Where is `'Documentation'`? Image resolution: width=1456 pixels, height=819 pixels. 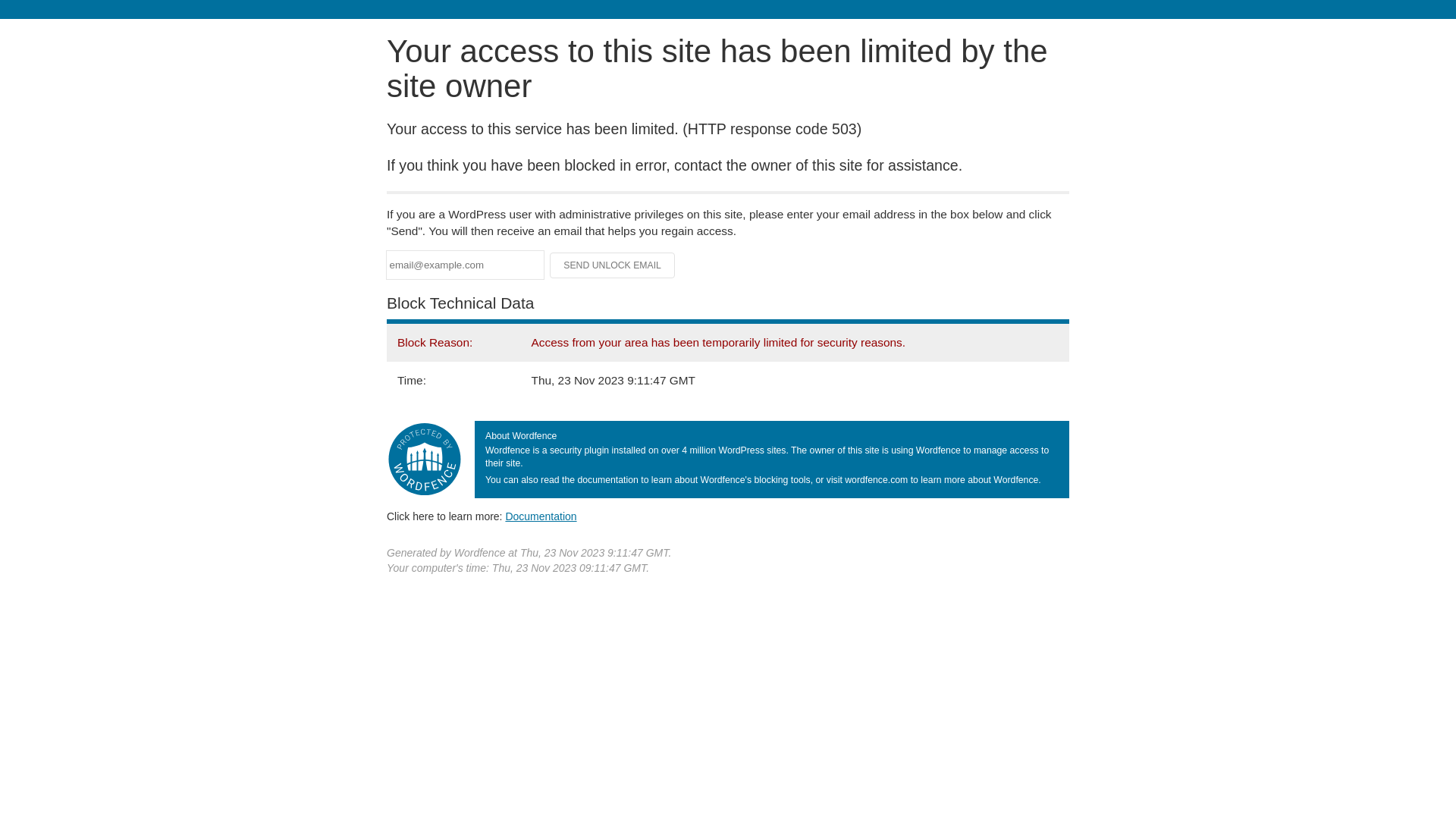 'Documentation' is located at coordinates (541, 516).